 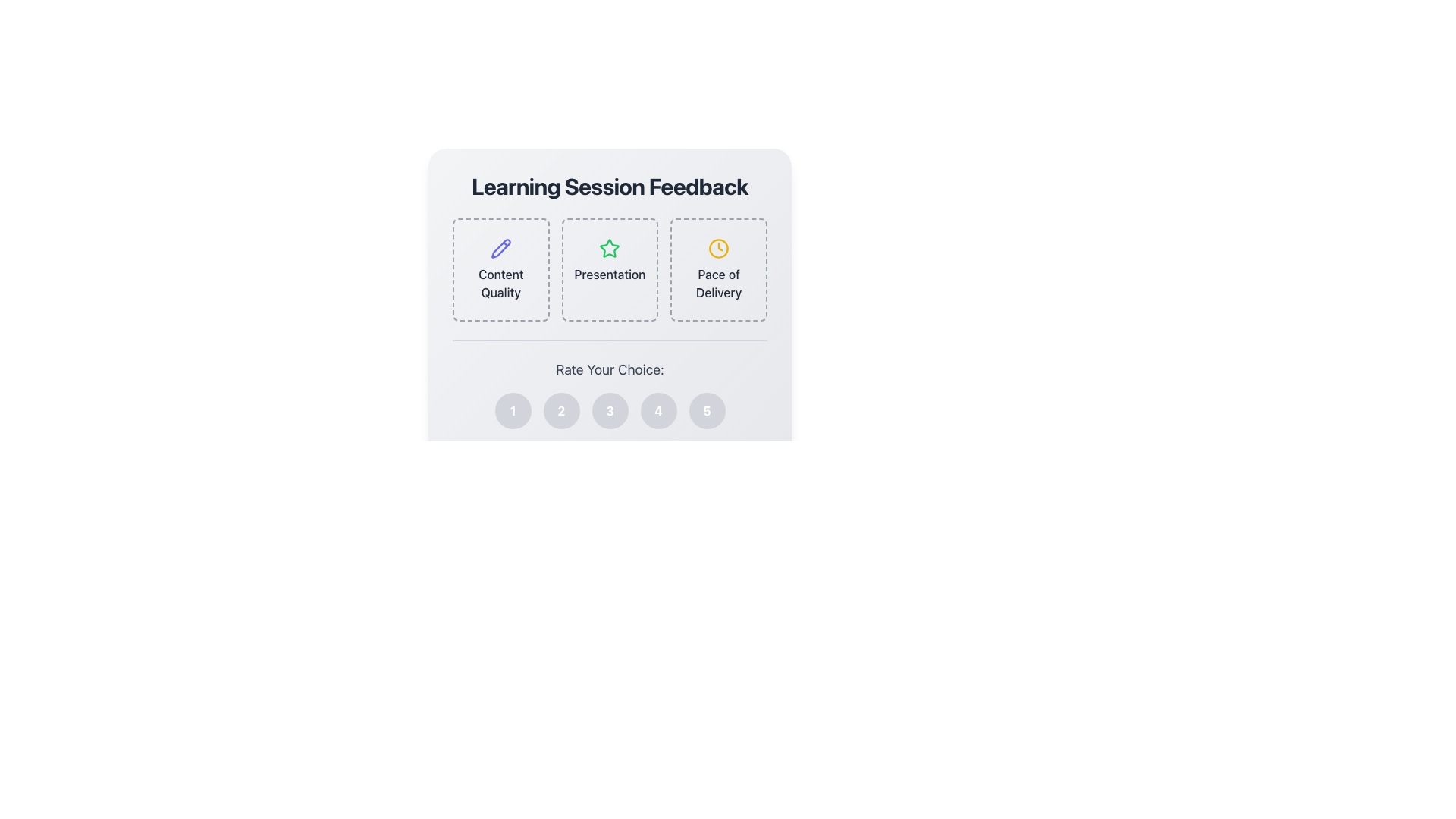 What do you see at coordinates (610, 186) in the screenshot?
I see `prominent title text label that displays 'Learning Session Feedback' at the center-top of the card` at bounding box center [610, 186].